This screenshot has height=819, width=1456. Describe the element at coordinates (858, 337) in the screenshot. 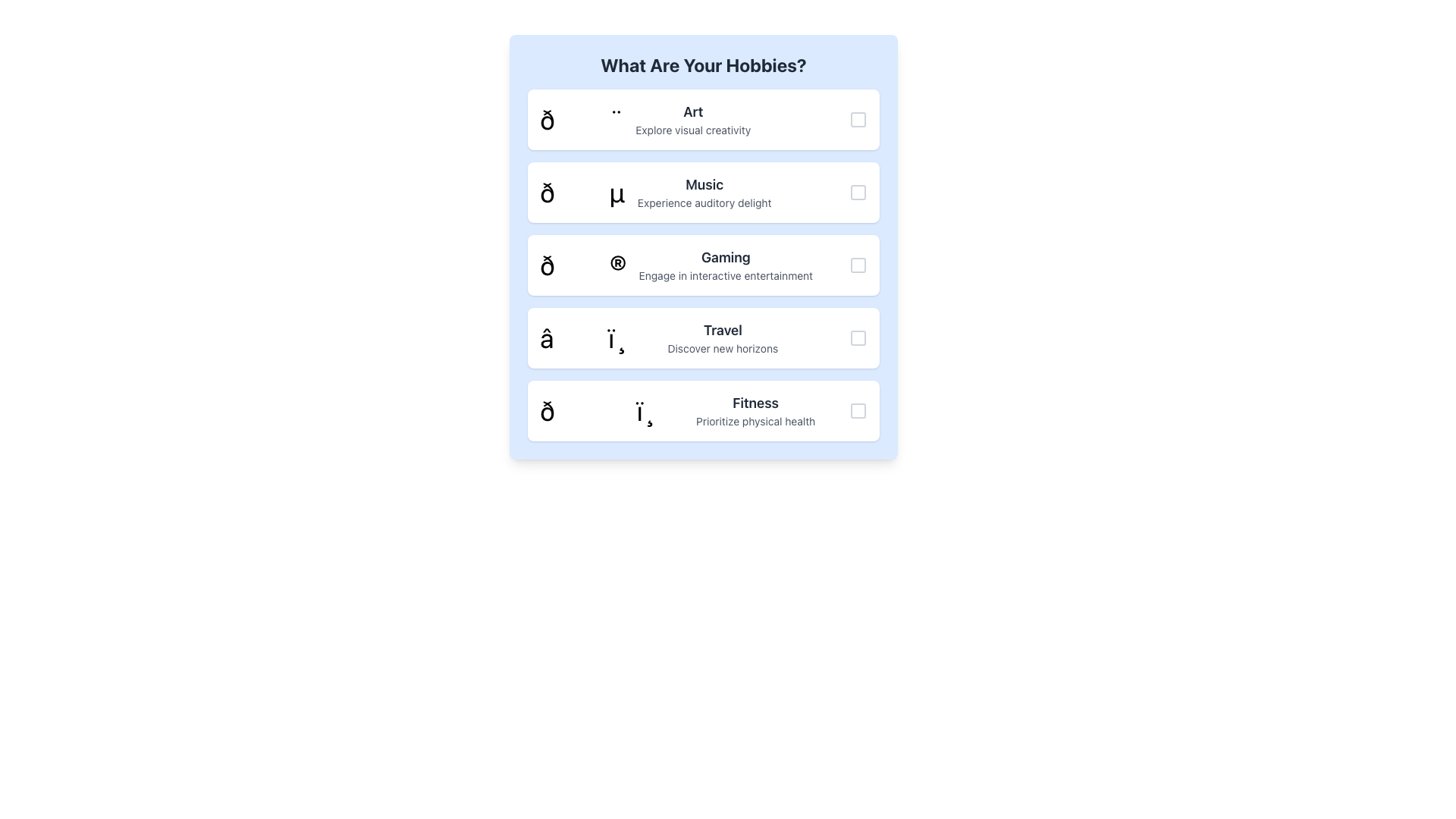

I see `the checkbox in the top-right corner of the 'Travel' card` at that location.